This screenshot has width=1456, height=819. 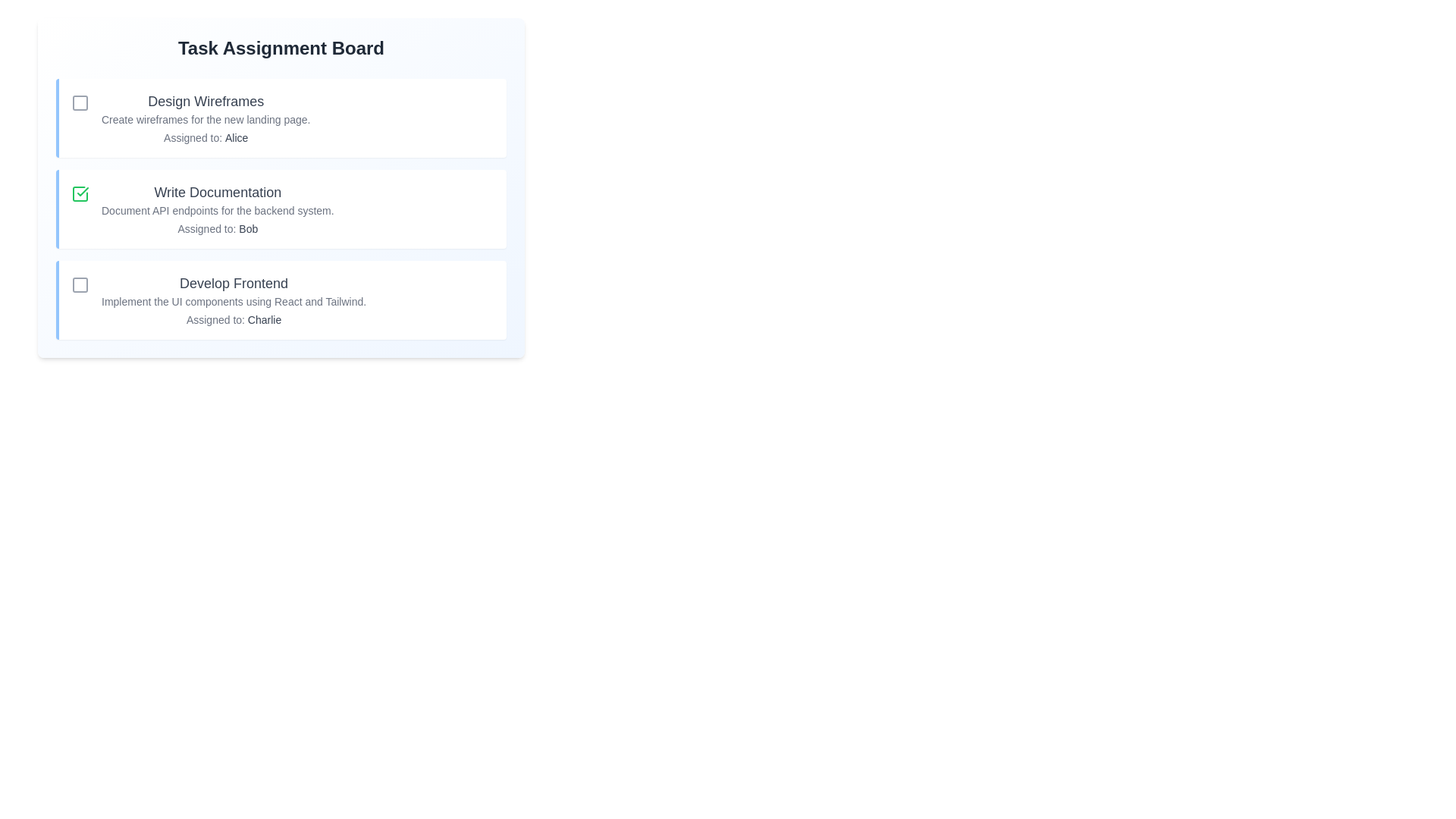 What do you see at coordinates (217, 210) in the screenshot?
I see `detailed description provided by the static text element located below the title 'Write Documentation' and above the assignment section 'Assigned to: Bob'` at bounding box center [217, 210].